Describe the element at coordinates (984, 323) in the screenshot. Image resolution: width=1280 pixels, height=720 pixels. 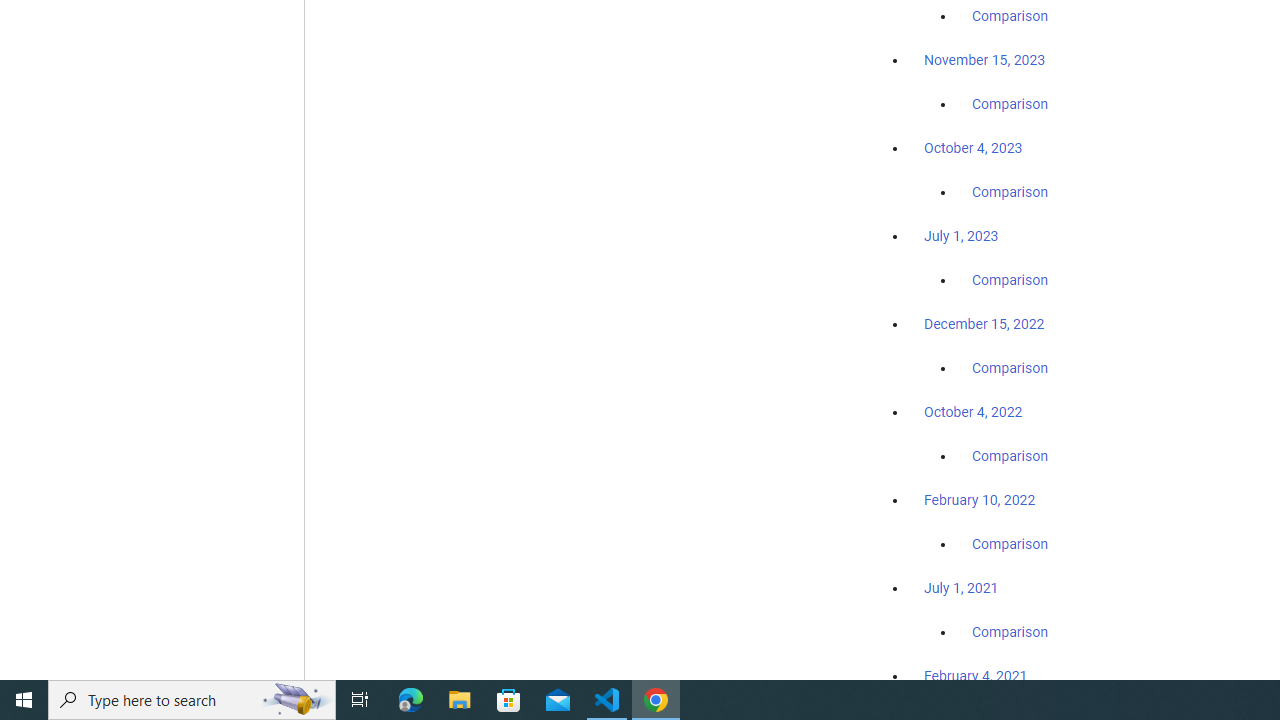
I see `'December 15, 2022'` at that location.